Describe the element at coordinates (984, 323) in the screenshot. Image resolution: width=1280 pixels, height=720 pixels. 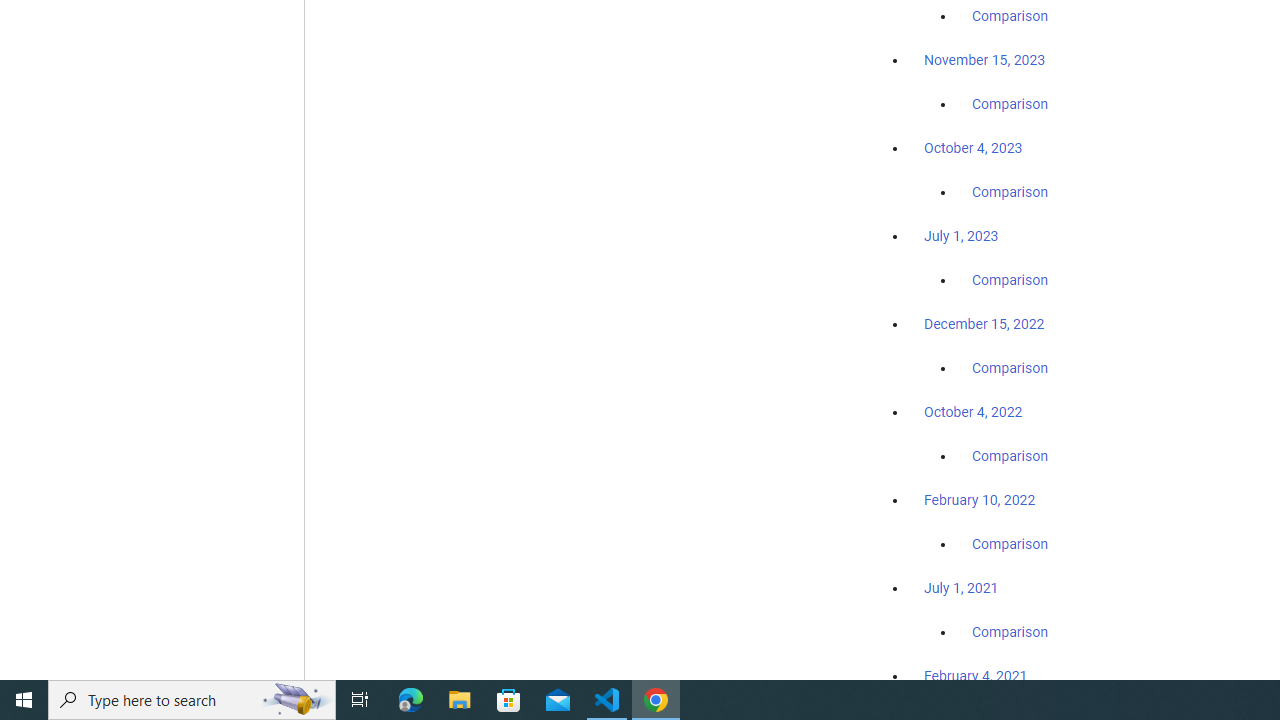
I see `'December 15, 2022'` at that location.